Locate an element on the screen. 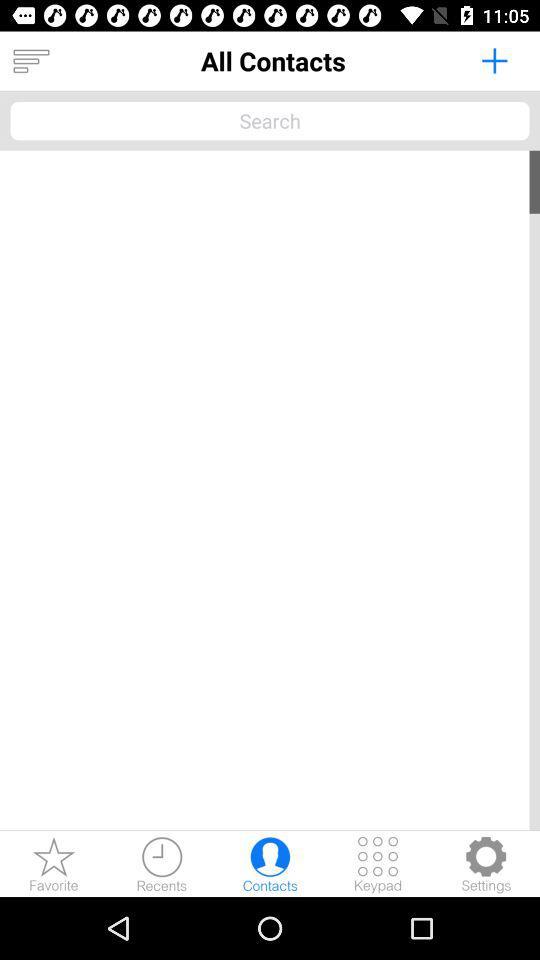 This screenshot has width=540, height=960. the add icon is located at coordinates (493, 59).